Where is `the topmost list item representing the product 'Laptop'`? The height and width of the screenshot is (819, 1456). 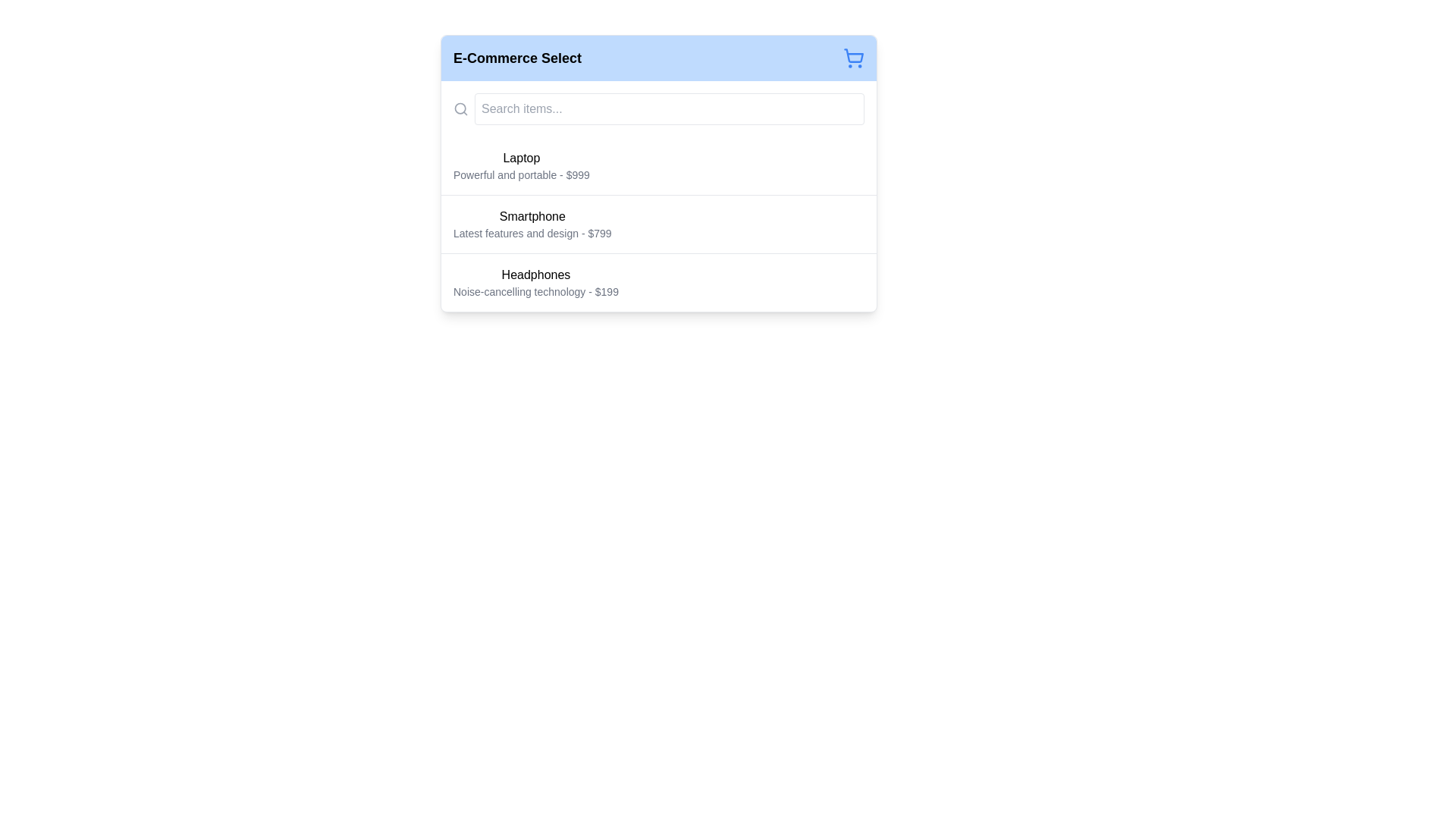
the topmost list item representing the product 'Laptop' is located at coordinates (521, 166).